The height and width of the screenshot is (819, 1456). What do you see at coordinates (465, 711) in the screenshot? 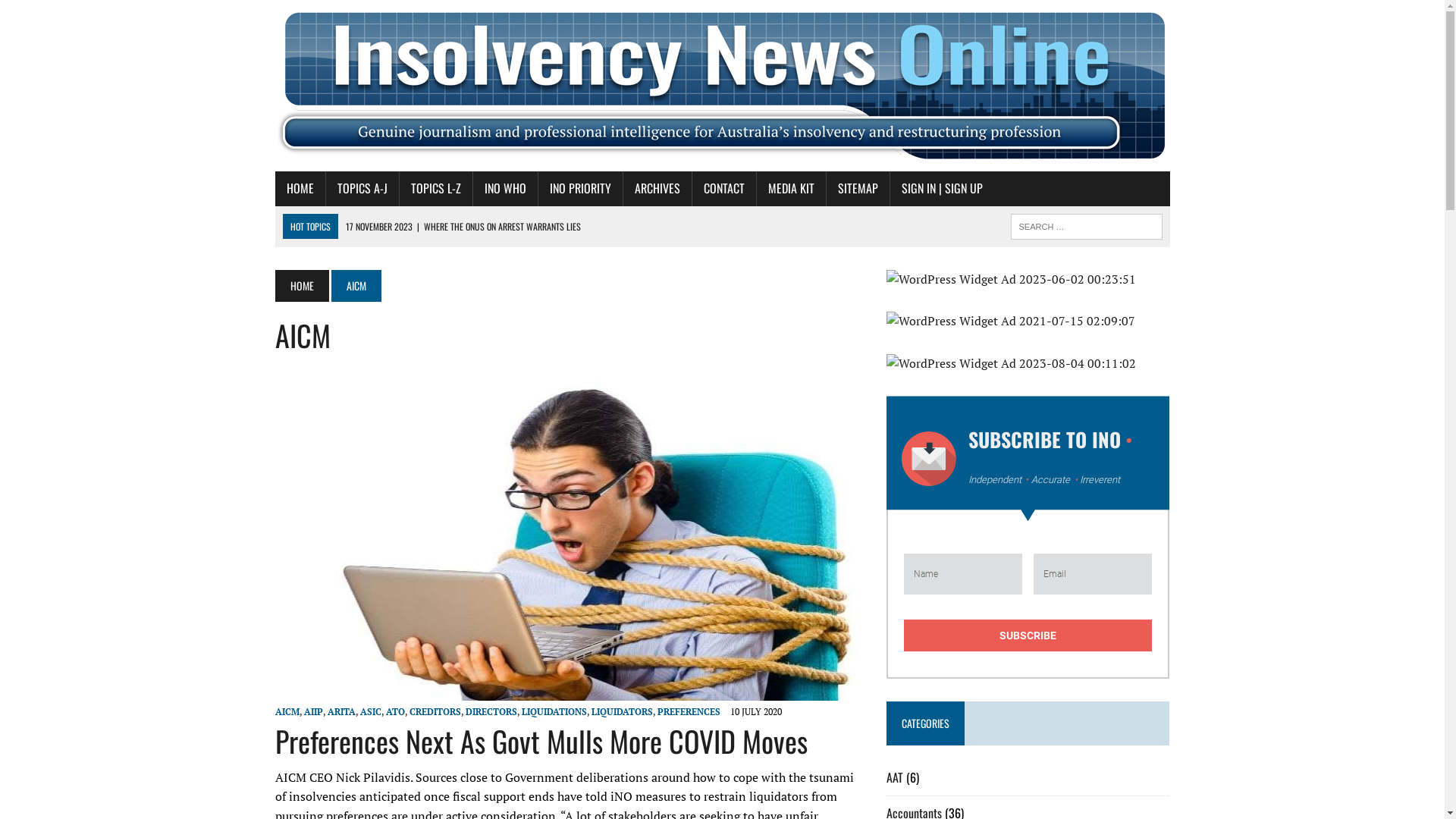
I see `'DIRECTORS'` at bounding box center [465, 711].